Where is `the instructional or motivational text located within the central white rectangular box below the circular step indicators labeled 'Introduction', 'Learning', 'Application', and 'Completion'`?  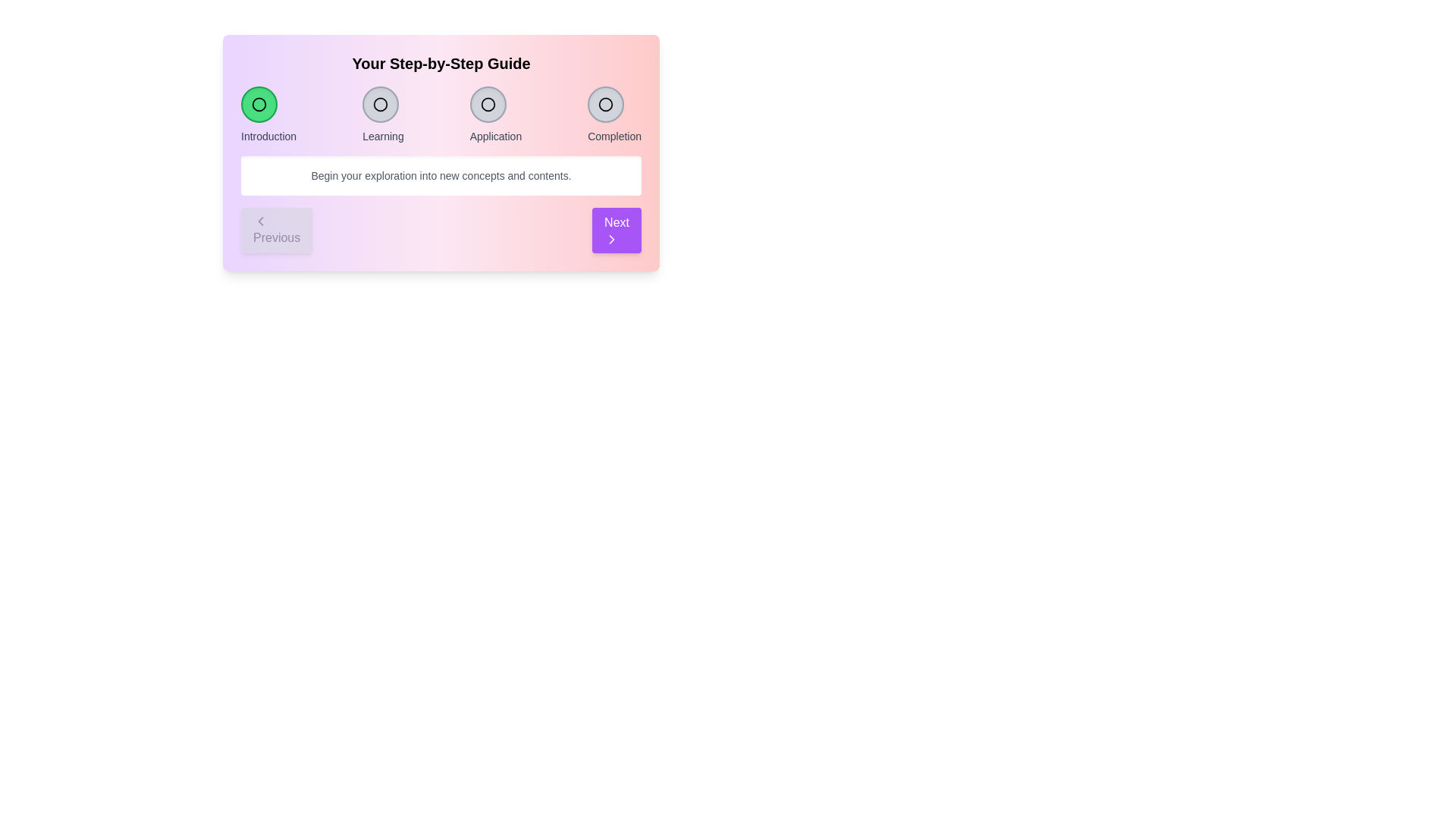
the instructional or motivational text located within the central white rectangular box below the circular step indicators labeled 'Introduction', 'Learning', 'Application', and 'Completion' is located at coordinates (440, 174).